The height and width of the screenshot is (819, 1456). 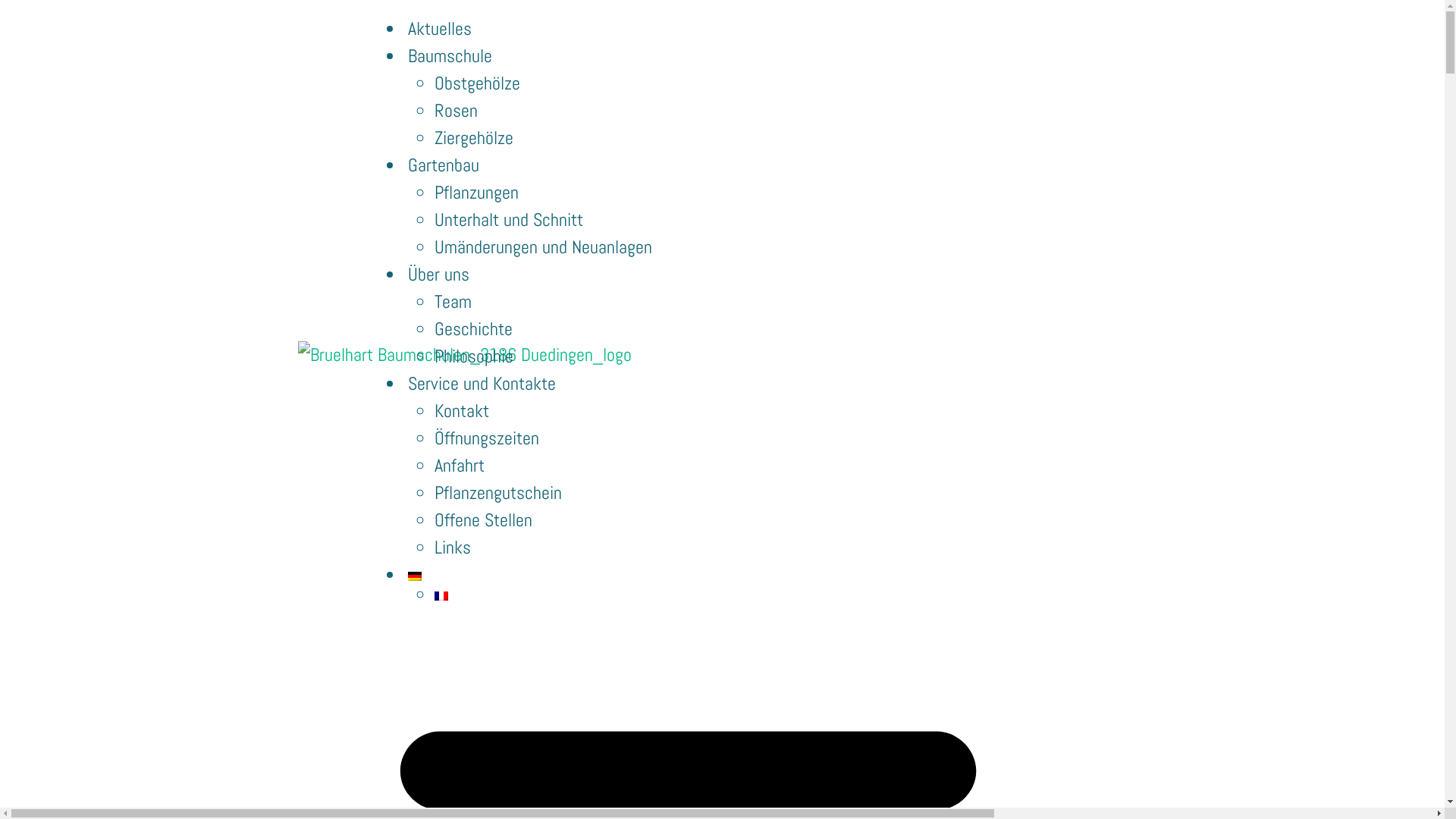 What do you see at coordinates (509, 219) in the screenshot?
I see `'Unterhalt und Schnitt'` at bounding box center [509, 219].